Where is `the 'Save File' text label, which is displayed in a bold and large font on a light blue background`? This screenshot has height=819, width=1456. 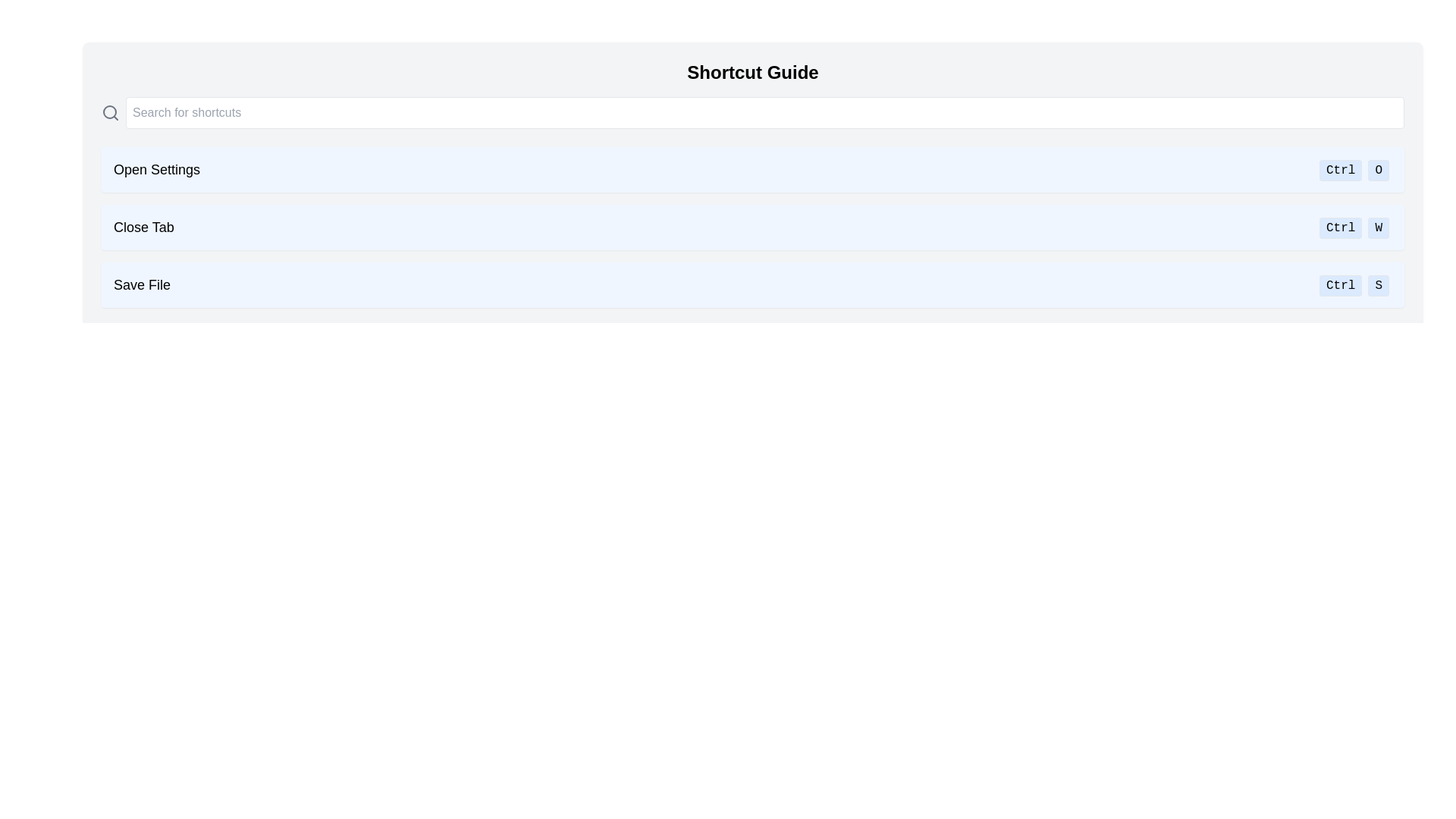 the 'Save File' text label, which is displayed in a bold and large font on a light blue background is located at coordinates (142, 284).